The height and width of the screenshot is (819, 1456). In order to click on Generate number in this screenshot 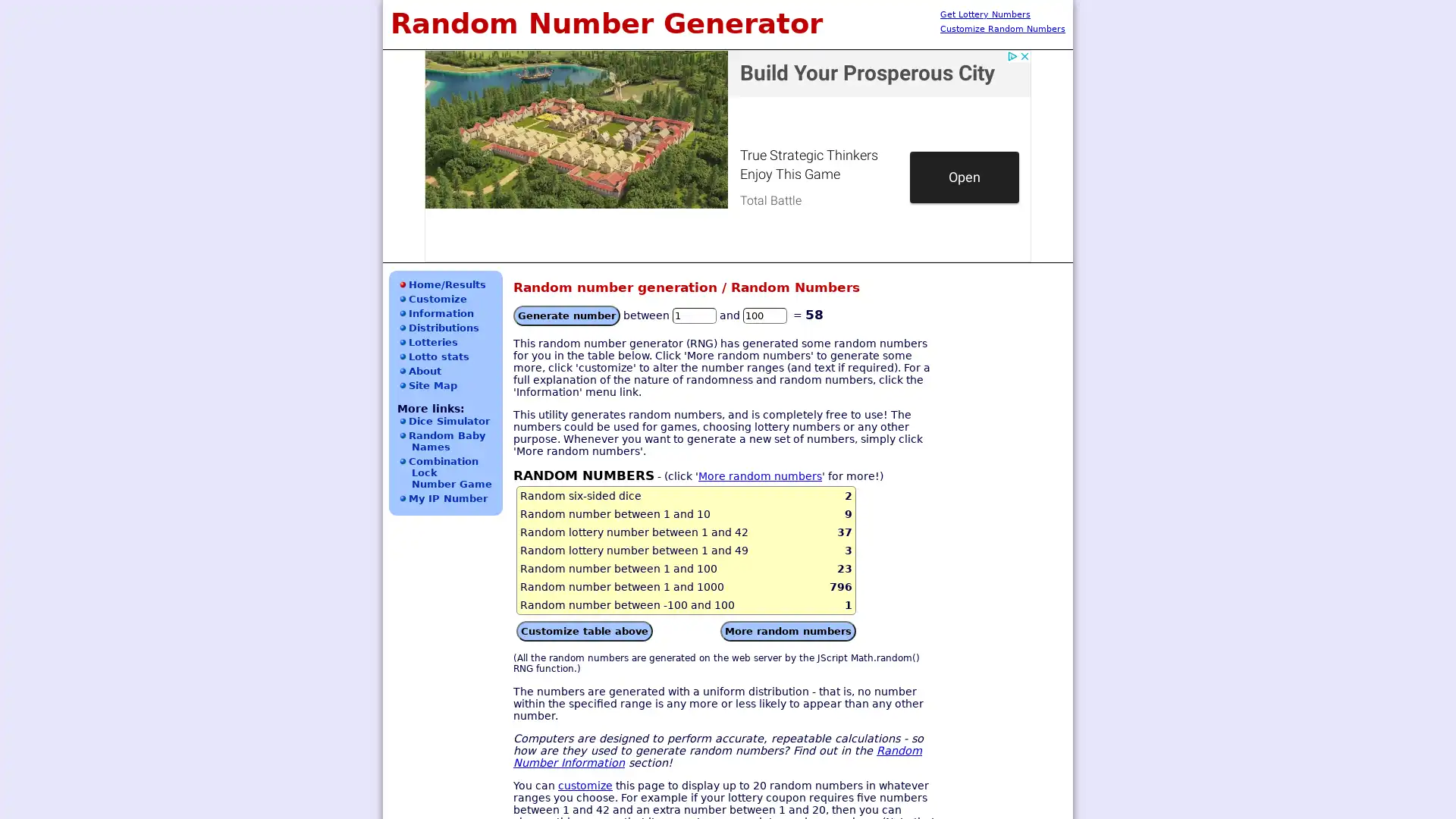, I will do `click(566, 315)`.